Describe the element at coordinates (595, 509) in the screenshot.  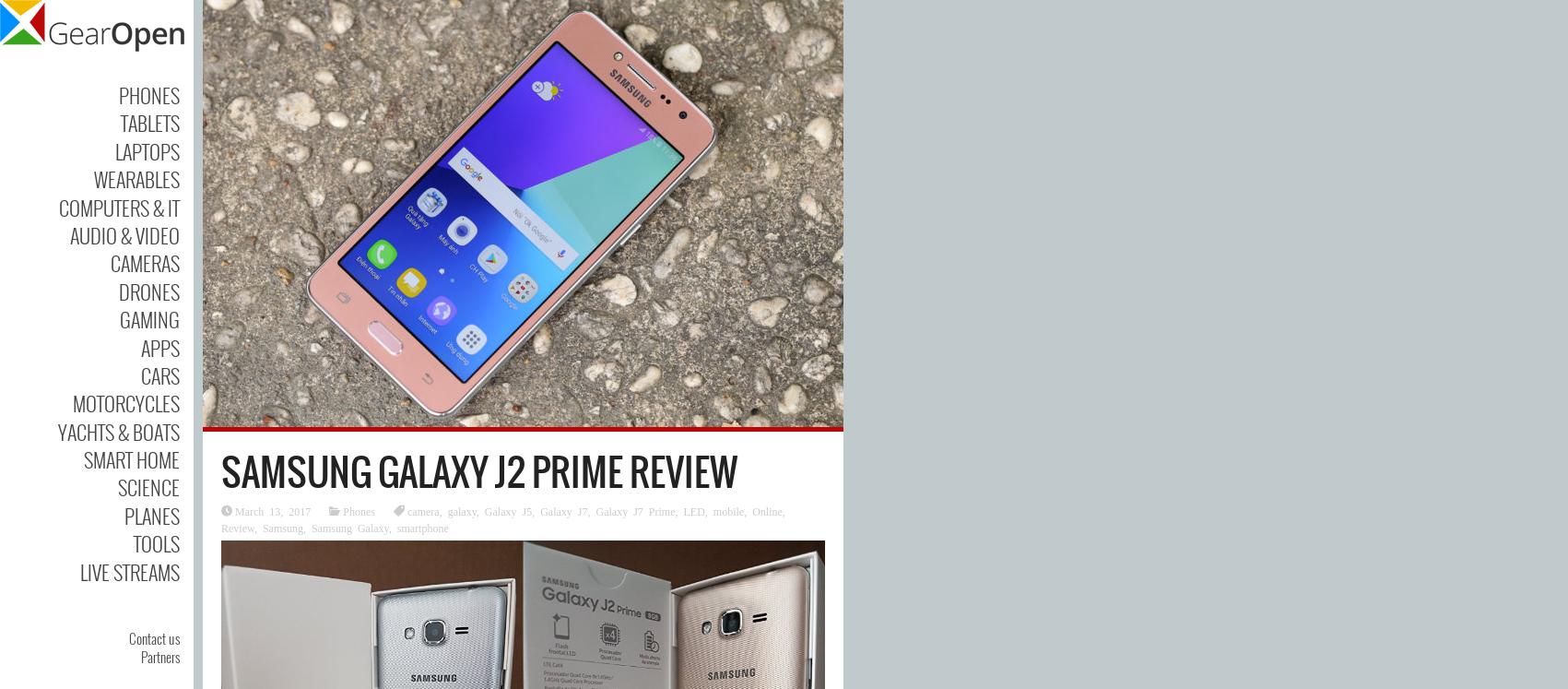
I see `'Galaxy J7 Prime'` at that location.